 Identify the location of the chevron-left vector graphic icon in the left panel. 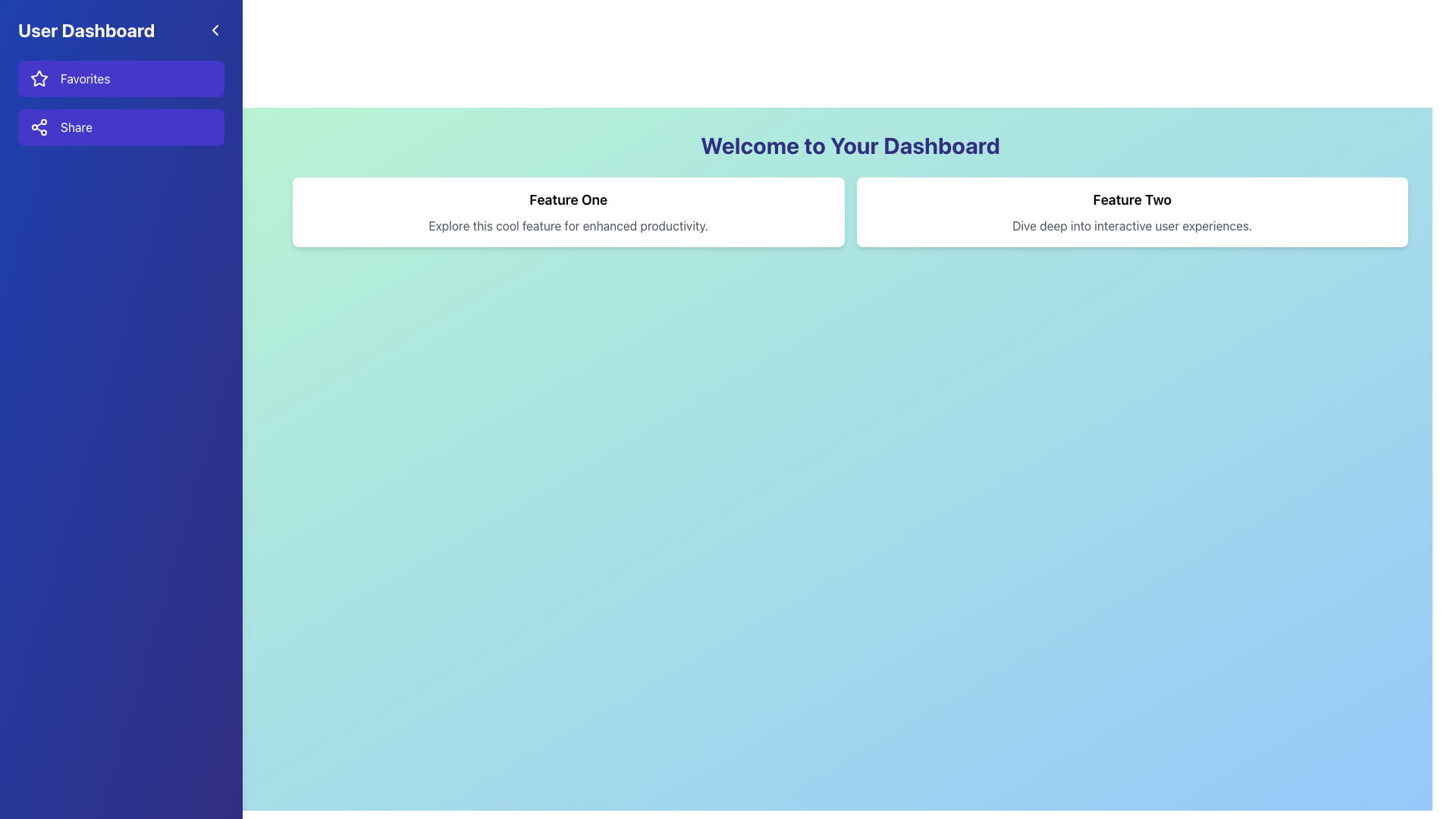
(214, 30).